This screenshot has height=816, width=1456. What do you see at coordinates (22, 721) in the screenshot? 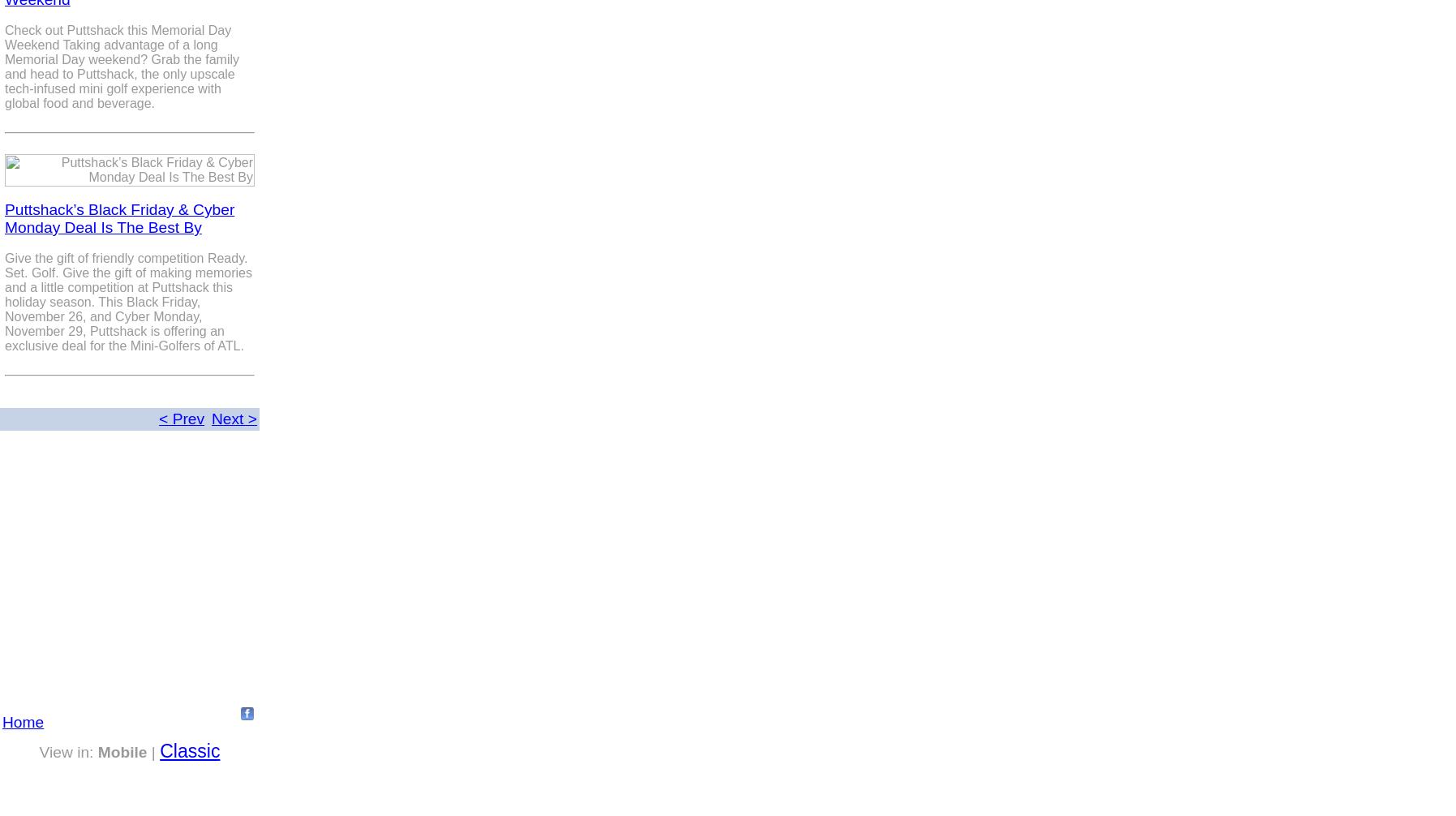
I see `'Home'` at bounding box center [22, 721].